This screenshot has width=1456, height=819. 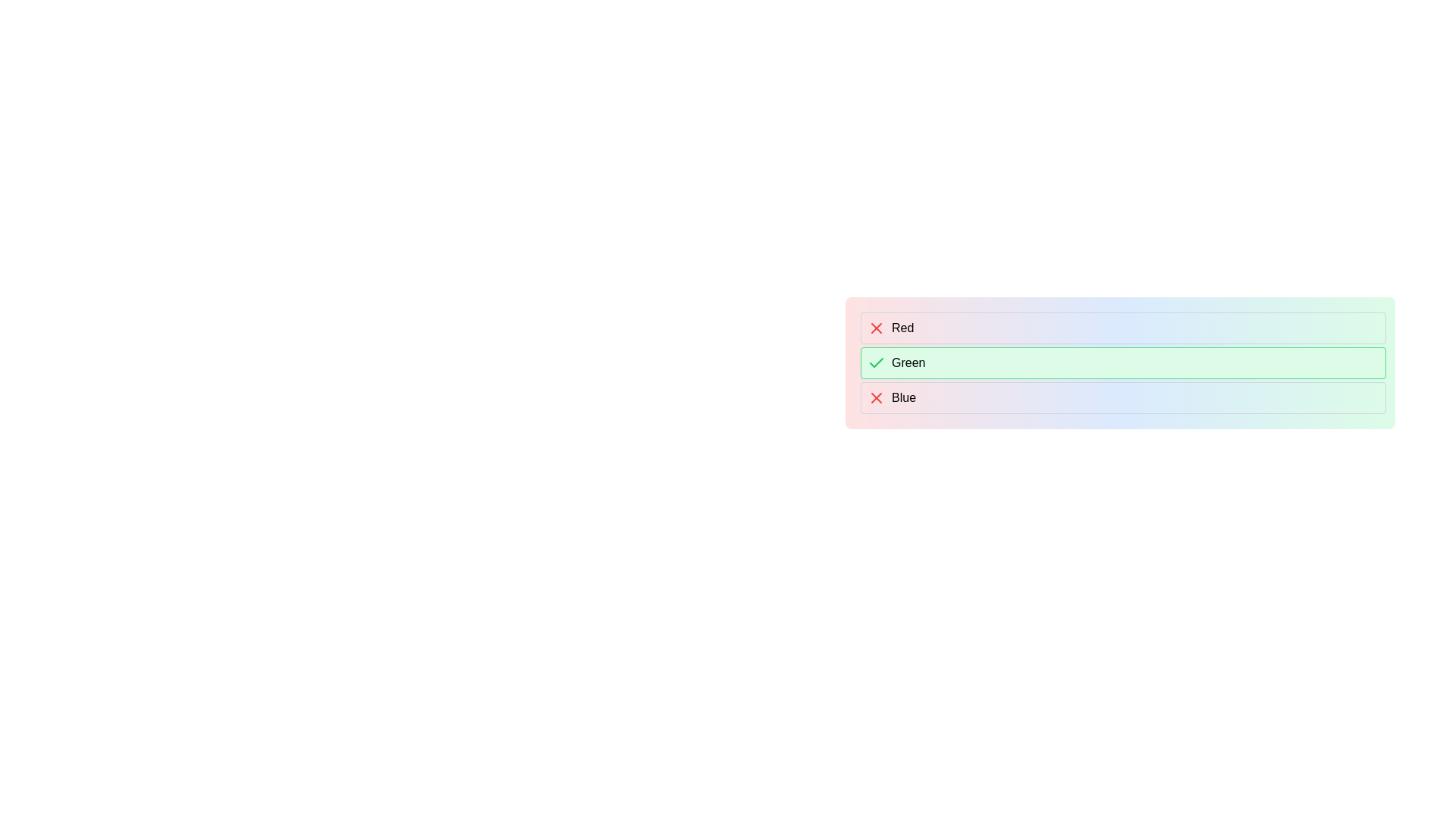 I want to click on the close icon located to the left of the text label 'Red', so click(x=877, y=327).